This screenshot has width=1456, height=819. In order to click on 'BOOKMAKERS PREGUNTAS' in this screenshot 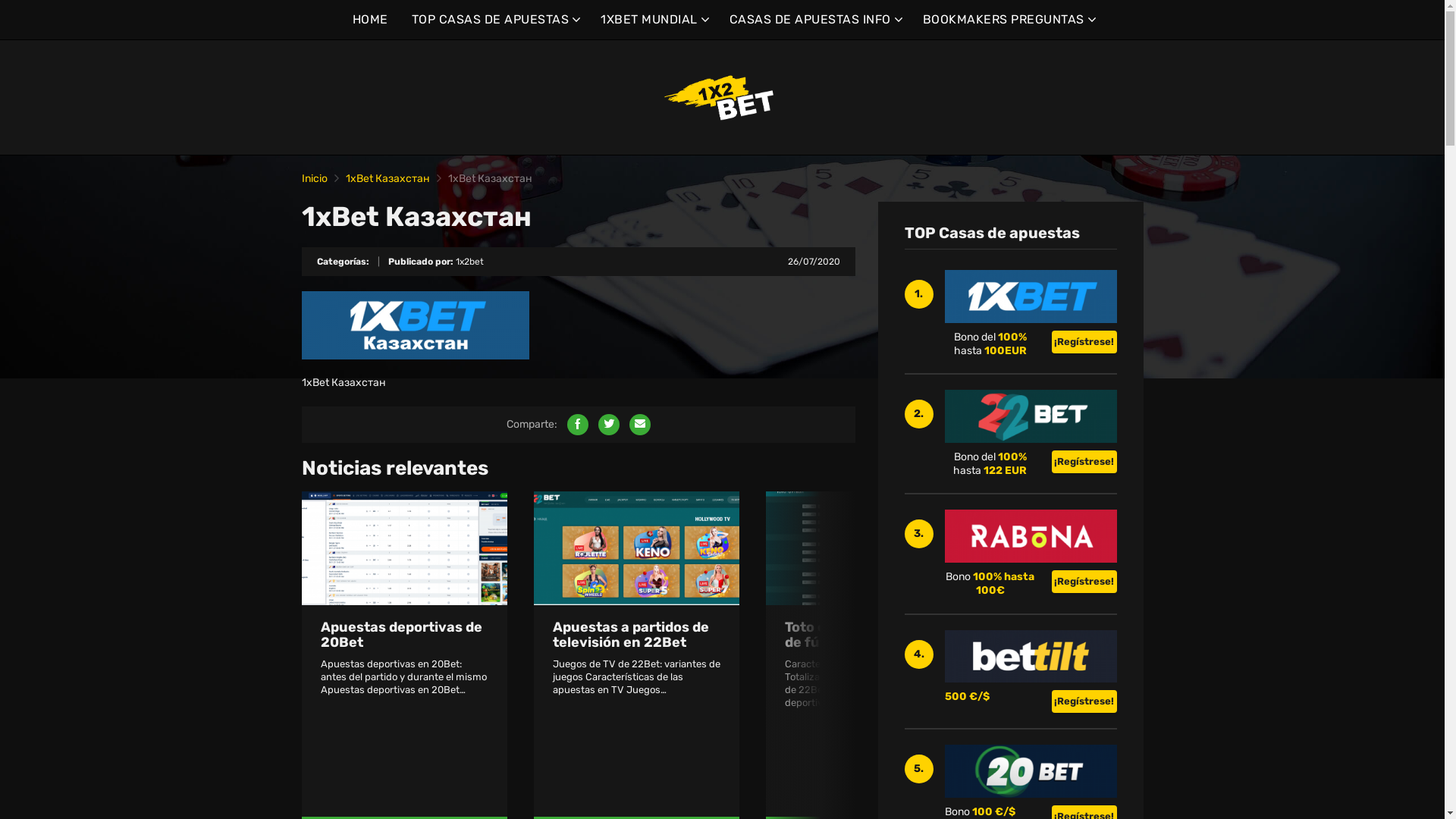, I will do `click(1007, 20)`.